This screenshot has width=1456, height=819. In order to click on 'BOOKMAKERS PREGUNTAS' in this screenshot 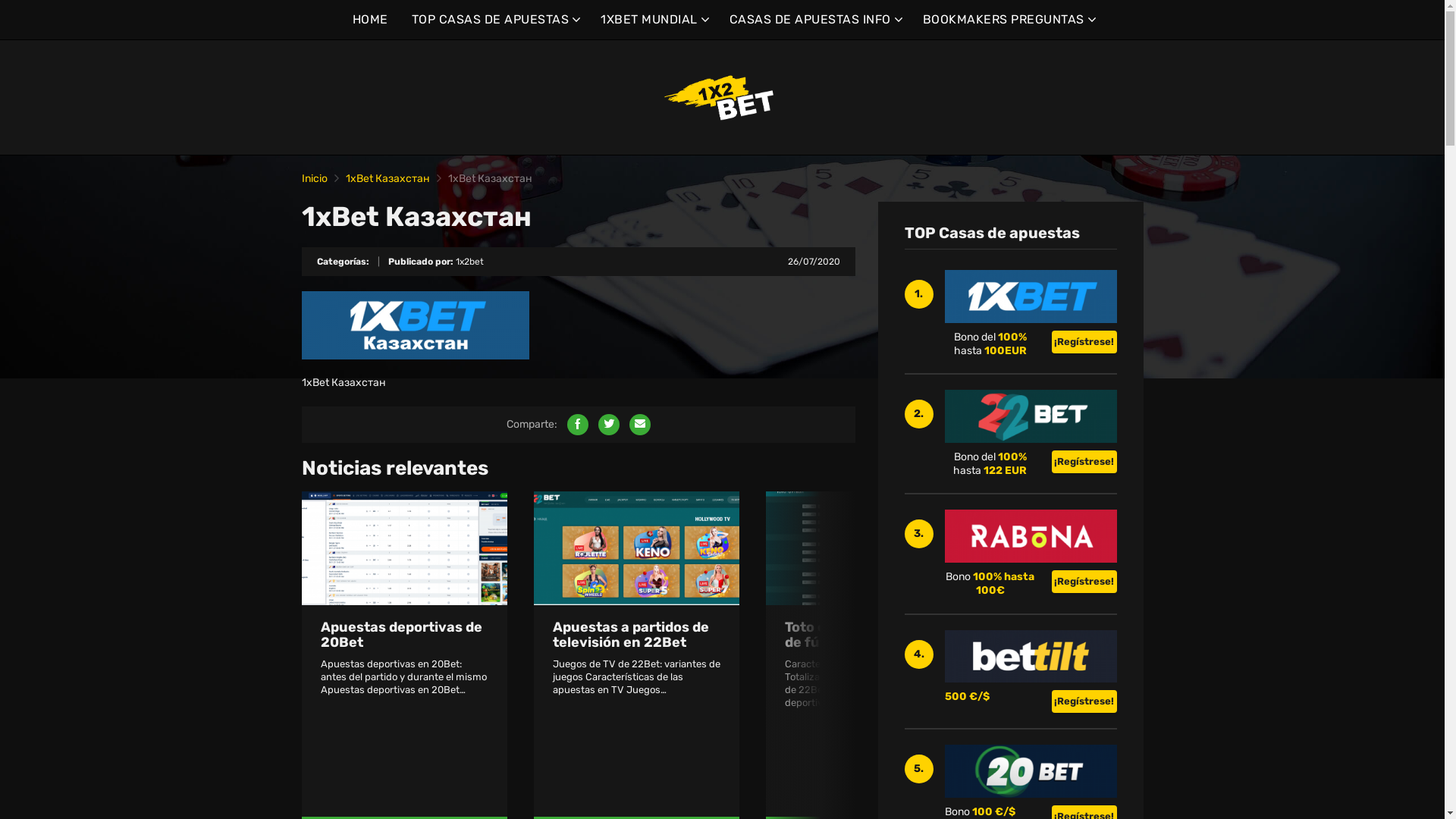, I will do `click(1007, 20)`.